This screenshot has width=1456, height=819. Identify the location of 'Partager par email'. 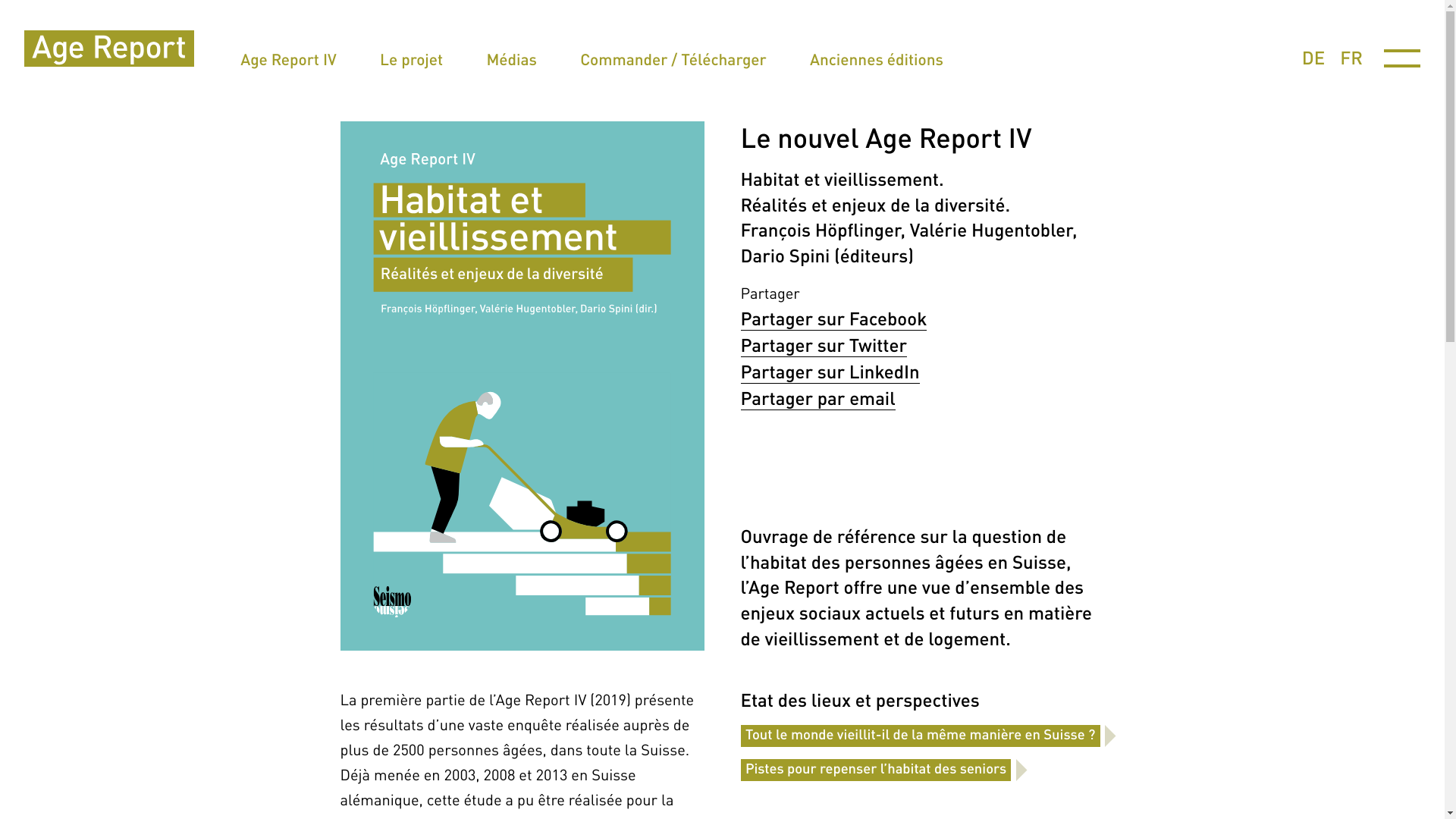
(817, 397).